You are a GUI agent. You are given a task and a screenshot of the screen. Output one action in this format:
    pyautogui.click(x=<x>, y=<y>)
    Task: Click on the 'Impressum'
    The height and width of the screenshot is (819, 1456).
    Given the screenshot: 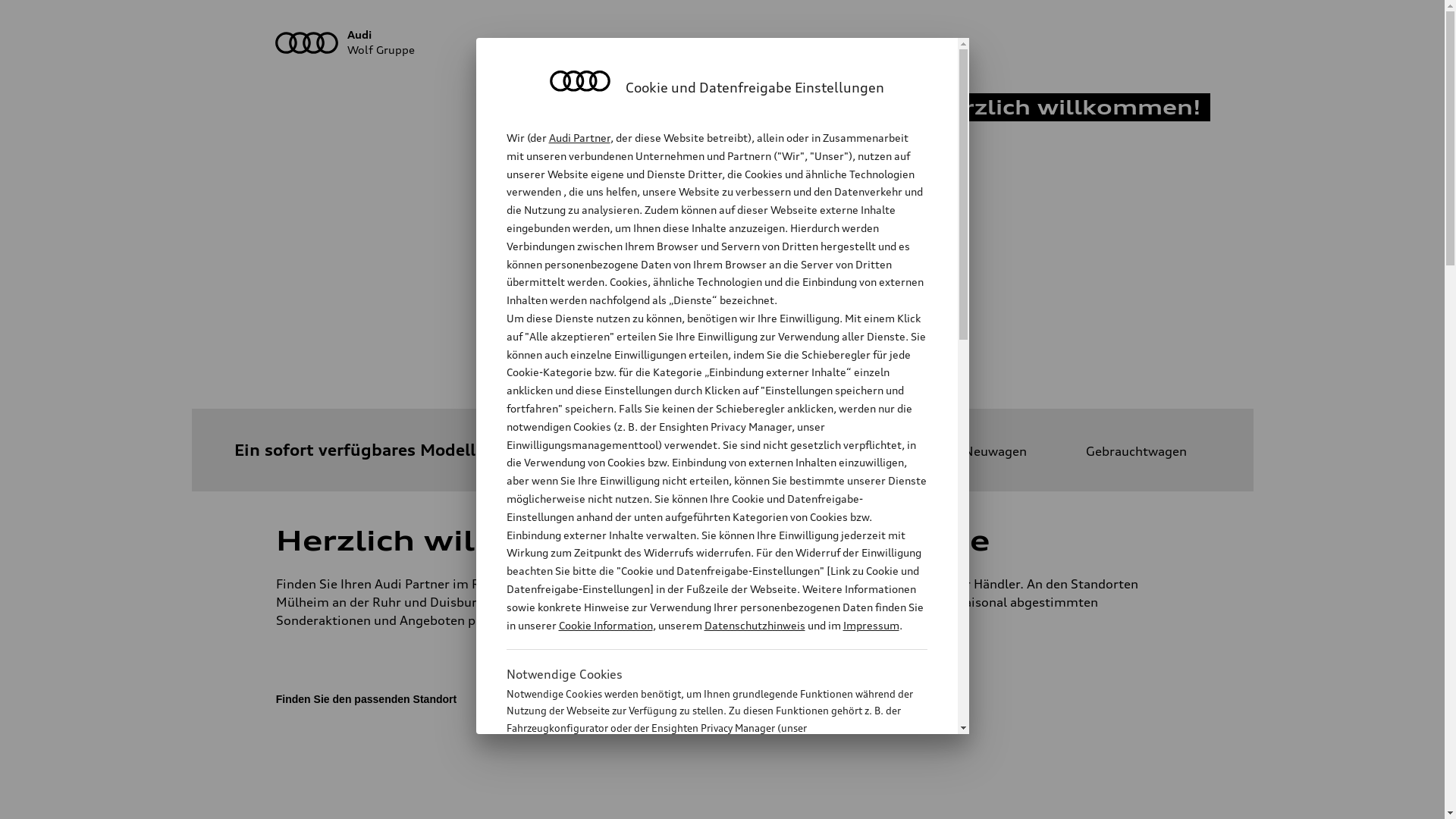 What is the action you would take?
    pyautogui.click(x=871, y=625)
    